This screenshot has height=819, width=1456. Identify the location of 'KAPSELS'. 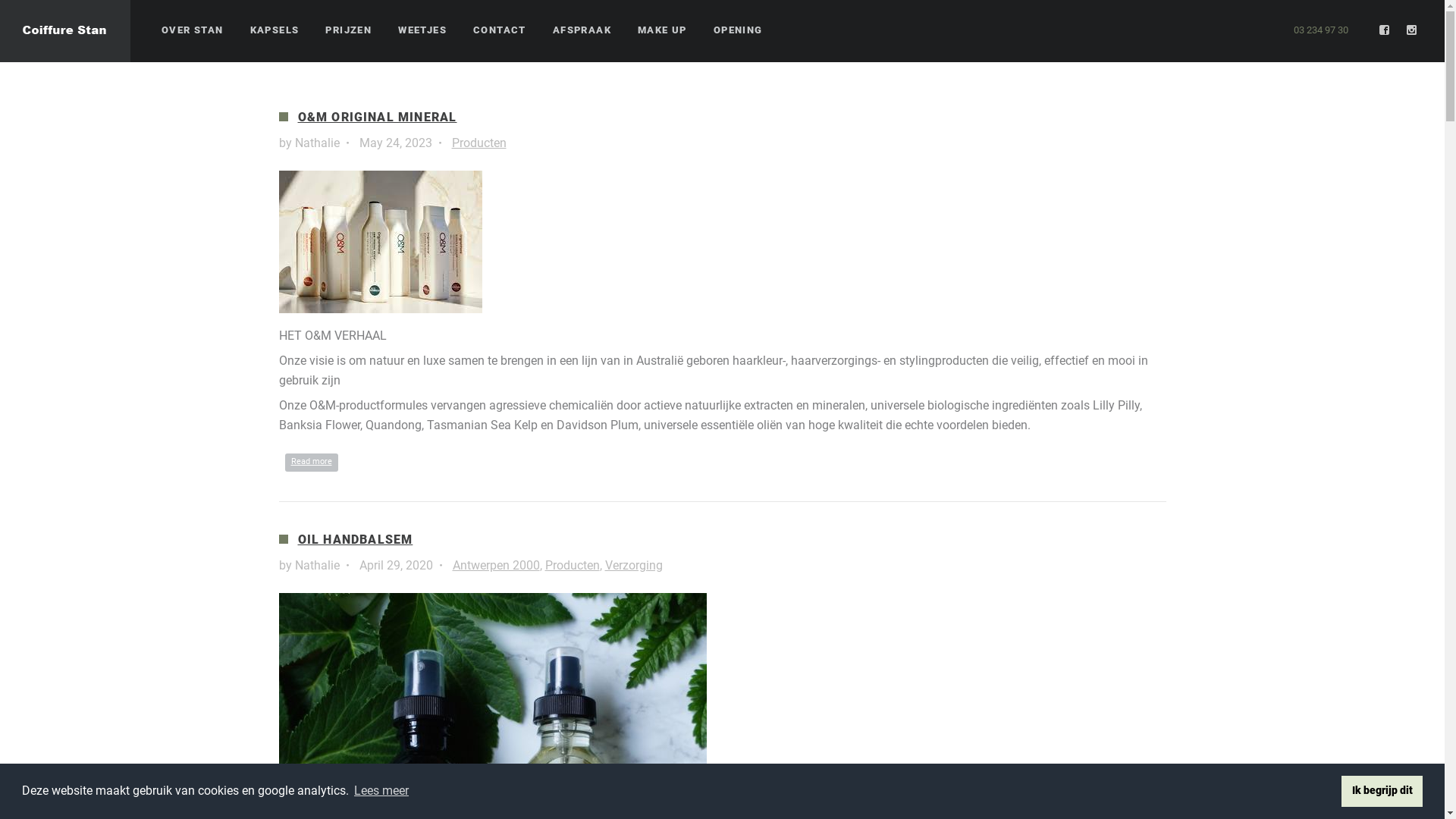
(275, 30).